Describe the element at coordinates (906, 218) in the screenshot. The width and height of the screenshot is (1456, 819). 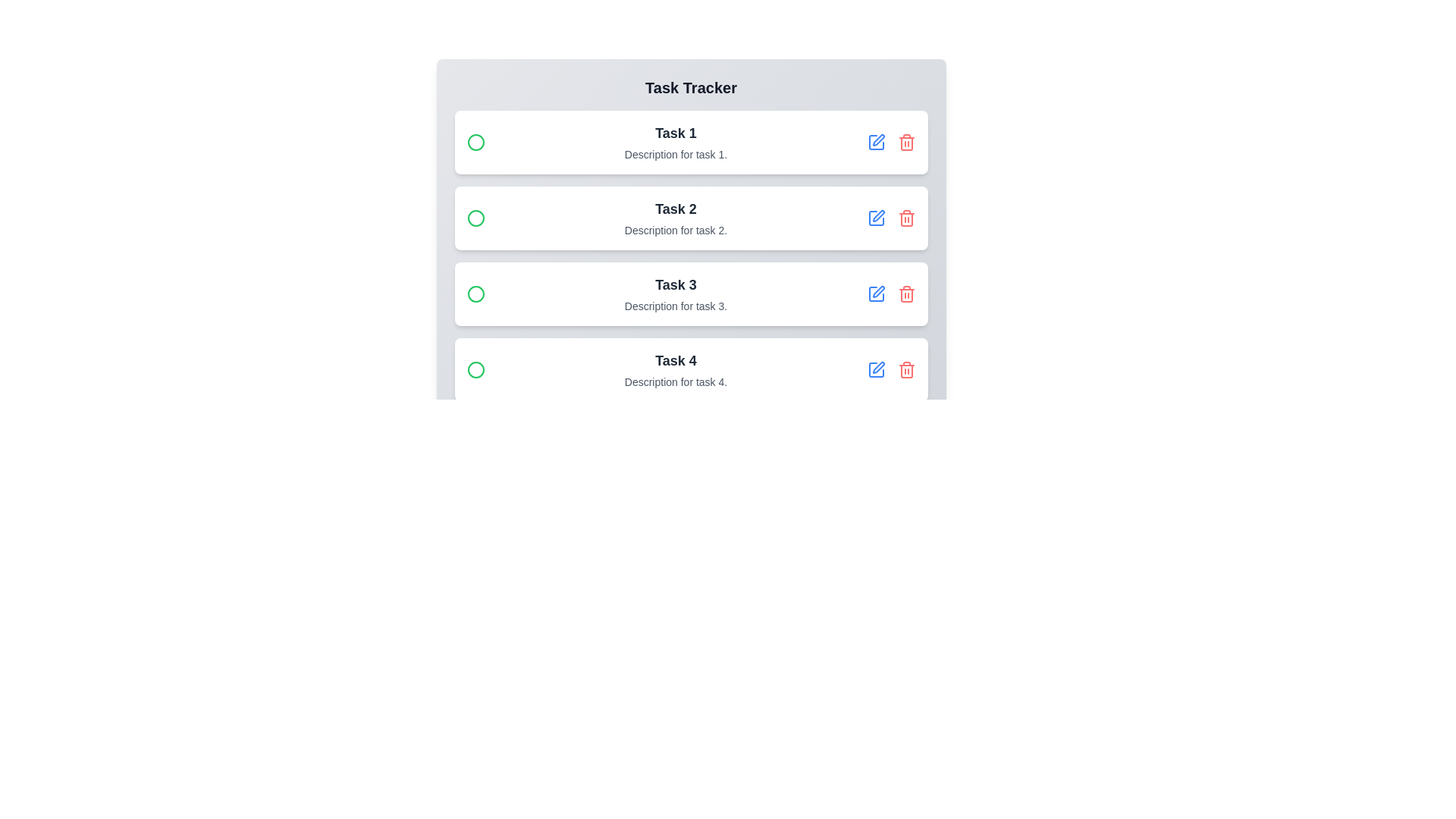
I see `the delete button for task 2` at that location.